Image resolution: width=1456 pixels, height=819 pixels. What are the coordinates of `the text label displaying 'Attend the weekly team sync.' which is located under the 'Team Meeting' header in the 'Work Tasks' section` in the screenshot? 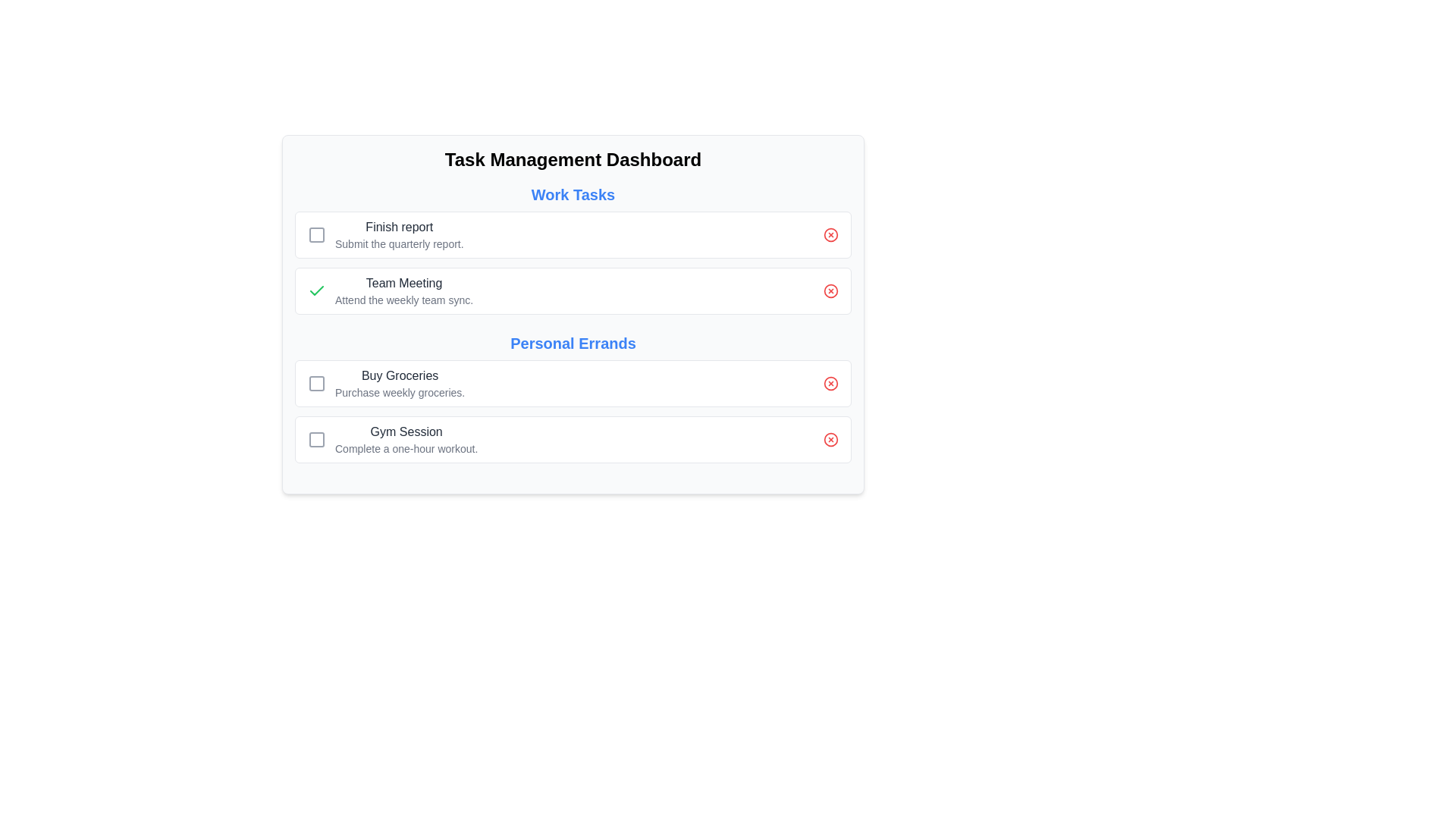 It's located at (403, 300).